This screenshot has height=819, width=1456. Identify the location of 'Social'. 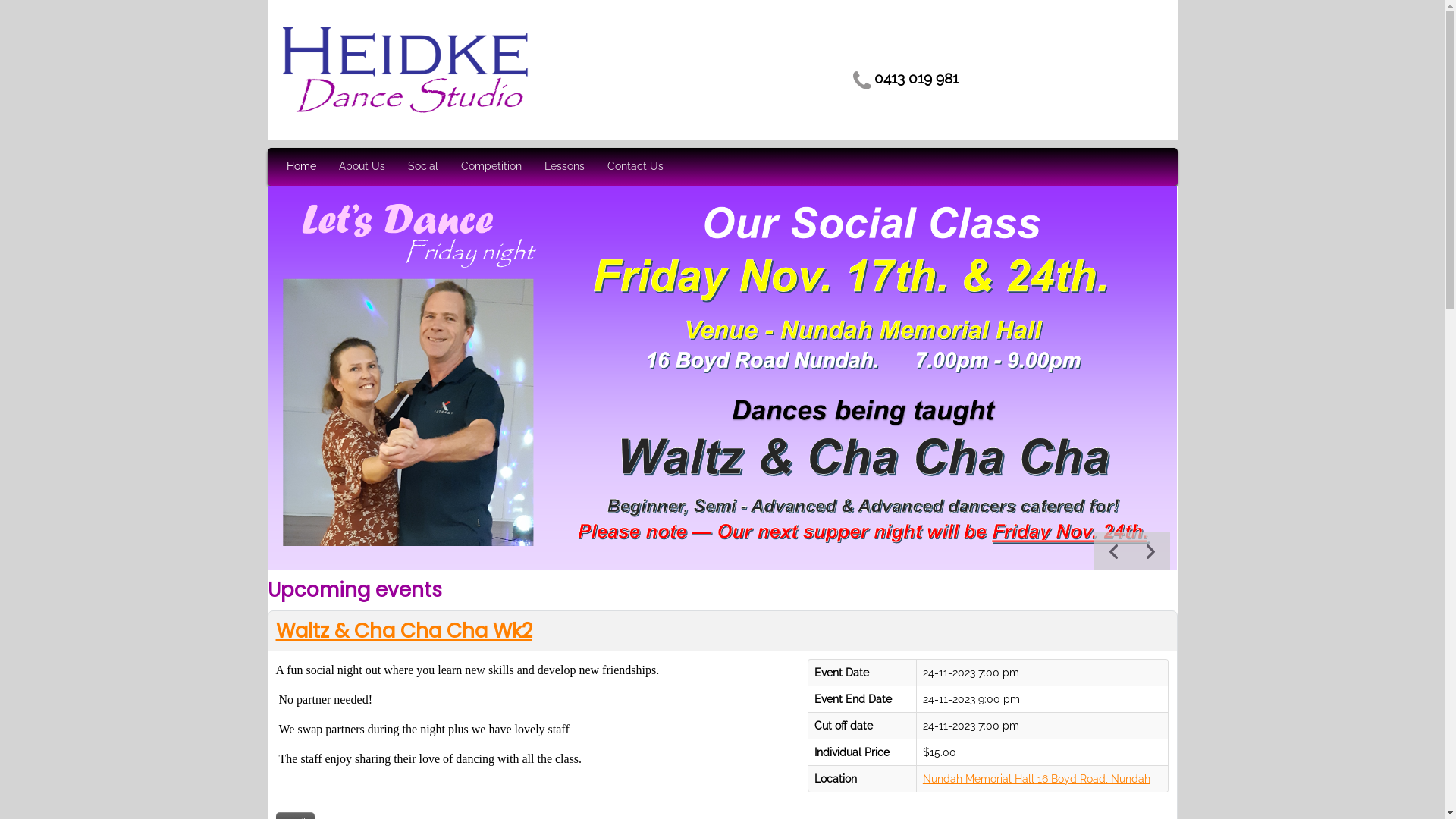
(422, 166).